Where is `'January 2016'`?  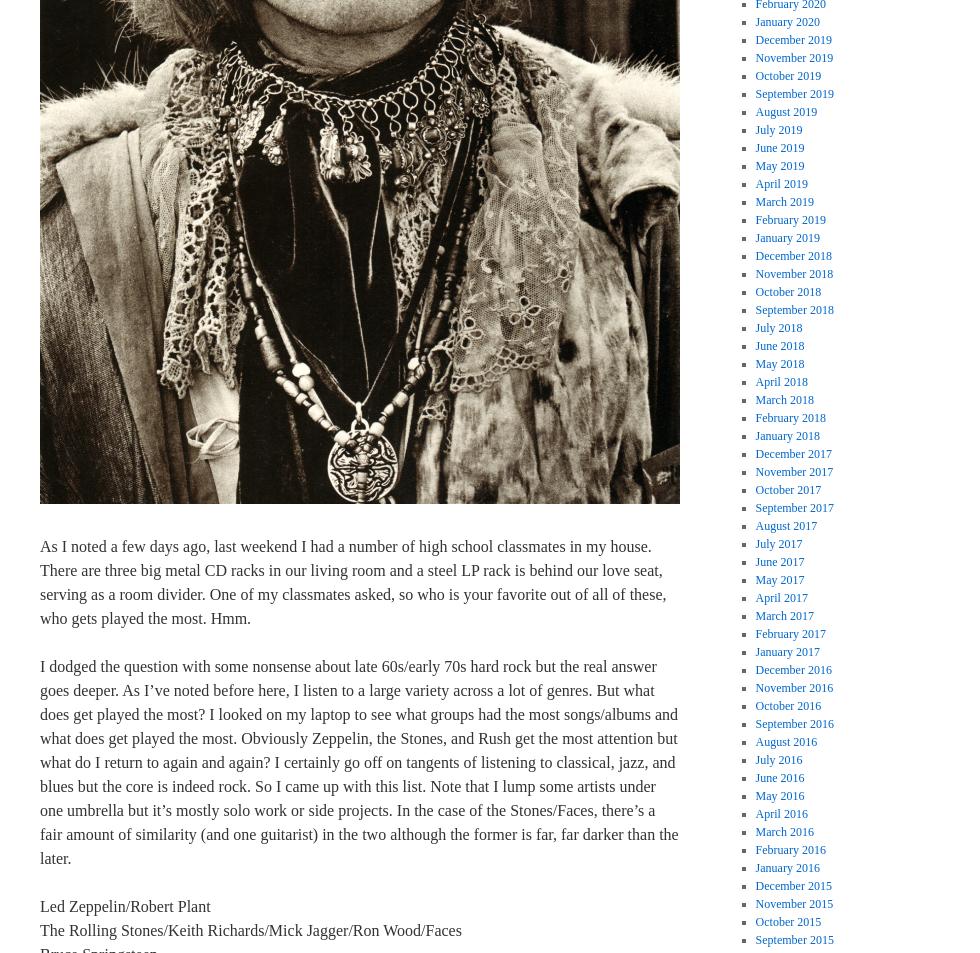
'January 2016' is located at coordinates (787, 867).